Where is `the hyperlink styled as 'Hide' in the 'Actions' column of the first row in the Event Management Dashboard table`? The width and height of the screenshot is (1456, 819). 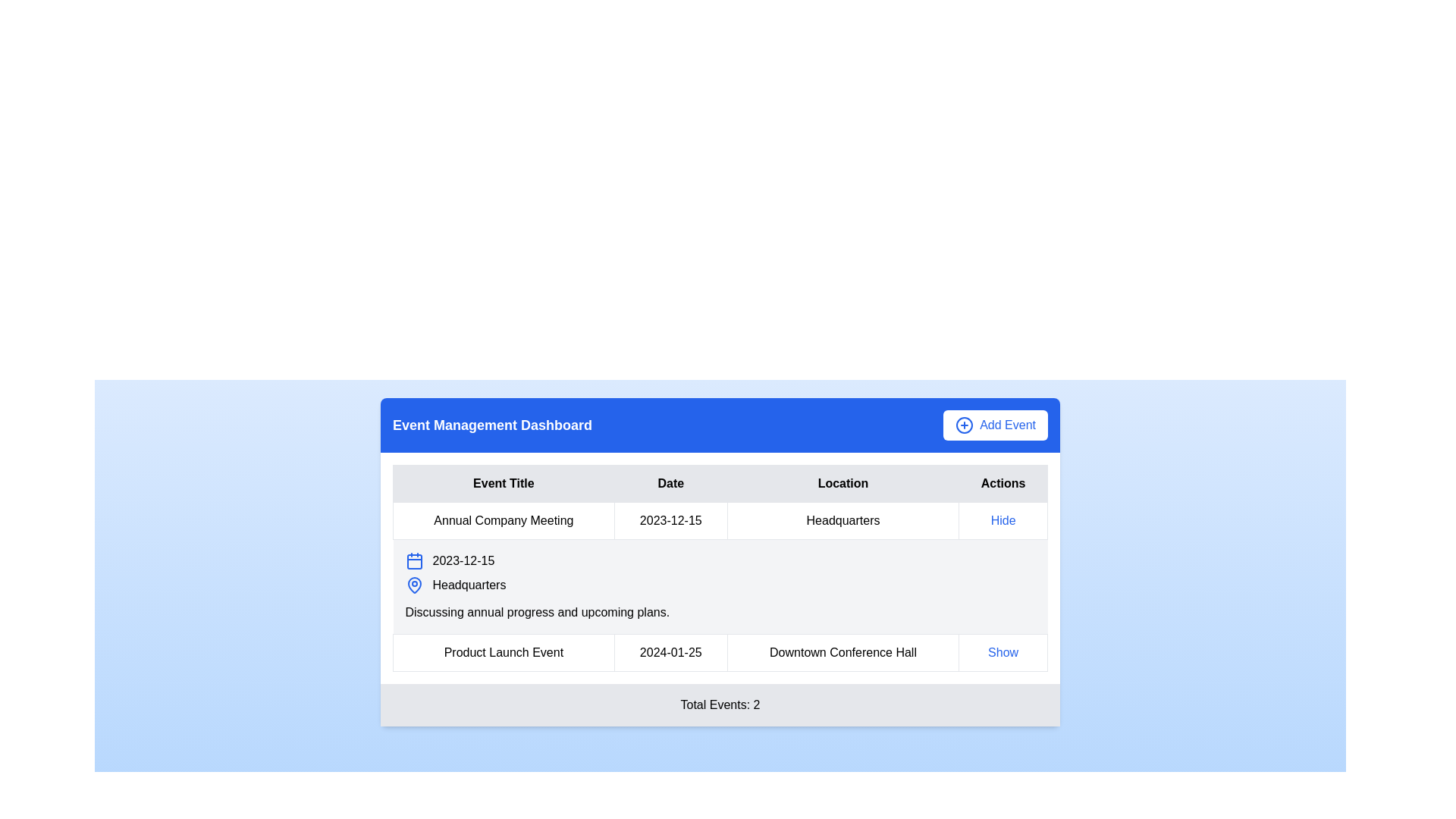 the hyperlink styled as 'Hide' in the 'Actions' column of the first row in the Event Management Dashboard table is located at coordinates (1003, 519).